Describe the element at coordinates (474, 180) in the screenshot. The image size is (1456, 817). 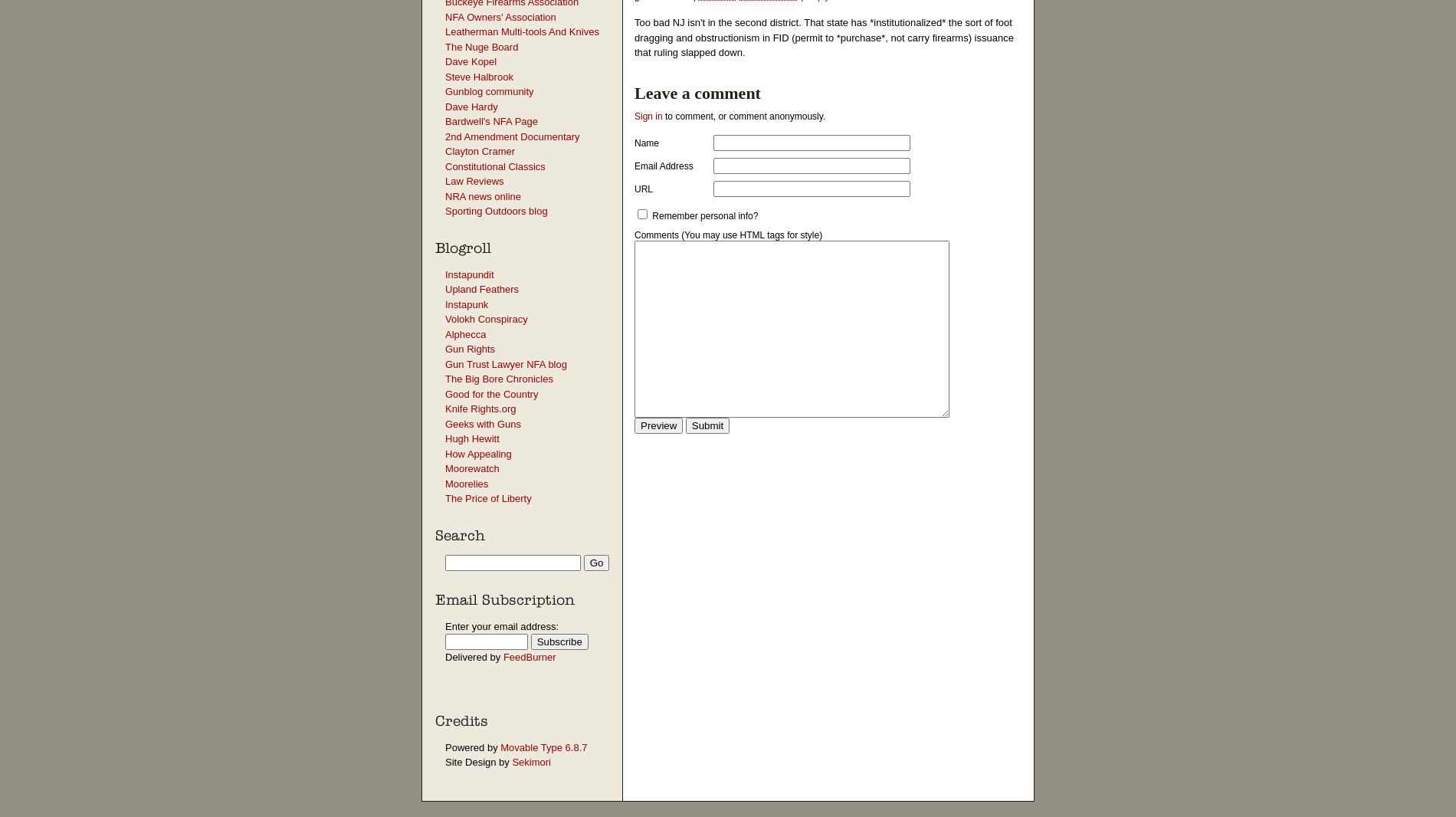
I see `'Law Reviews'` at that location.